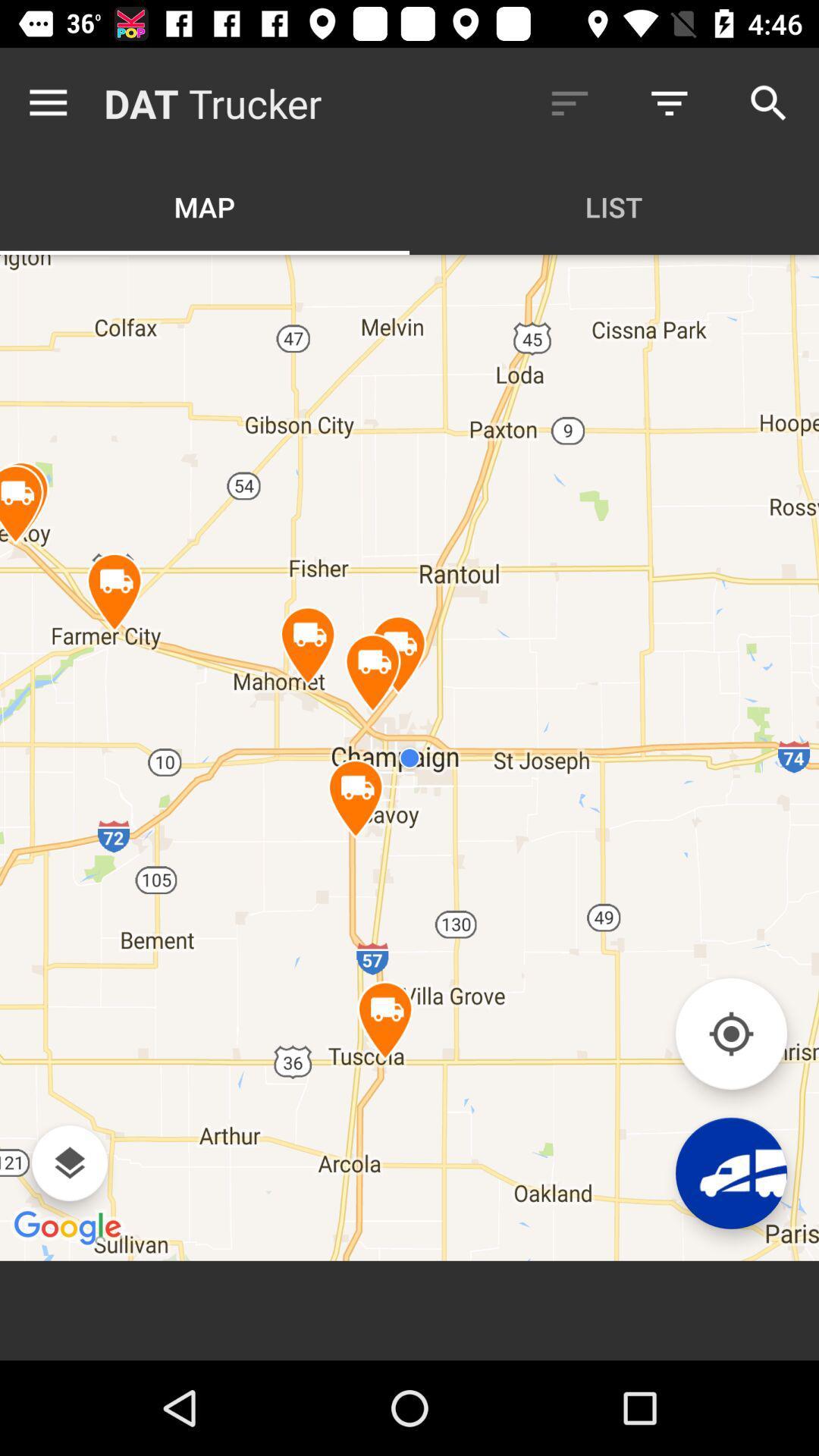  I want to click on the item below the map, so click(409, 758).